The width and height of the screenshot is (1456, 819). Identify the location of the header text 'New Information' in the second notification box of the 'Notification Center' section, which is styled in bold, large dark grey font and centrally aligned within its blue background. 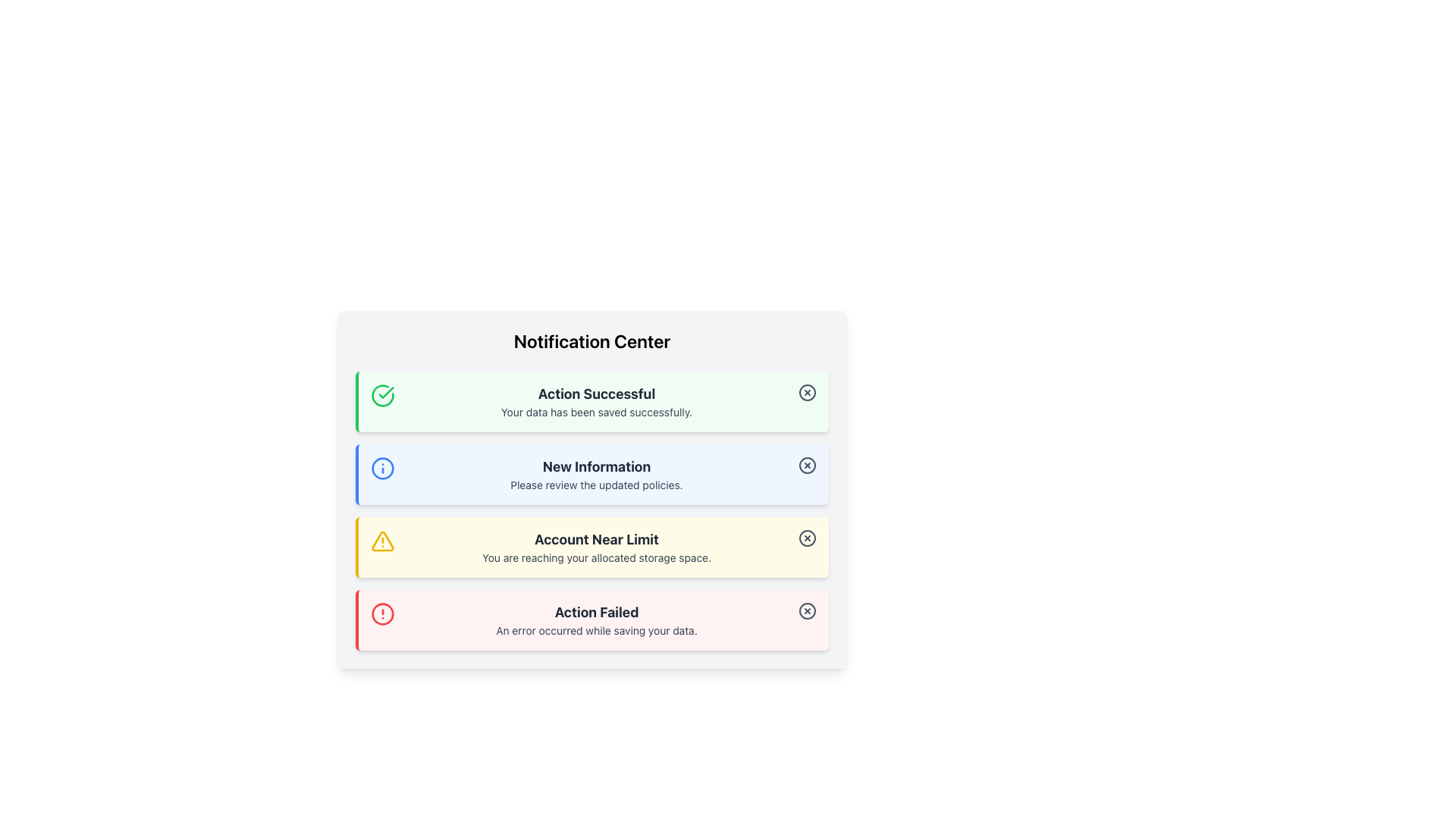
(596, 466).